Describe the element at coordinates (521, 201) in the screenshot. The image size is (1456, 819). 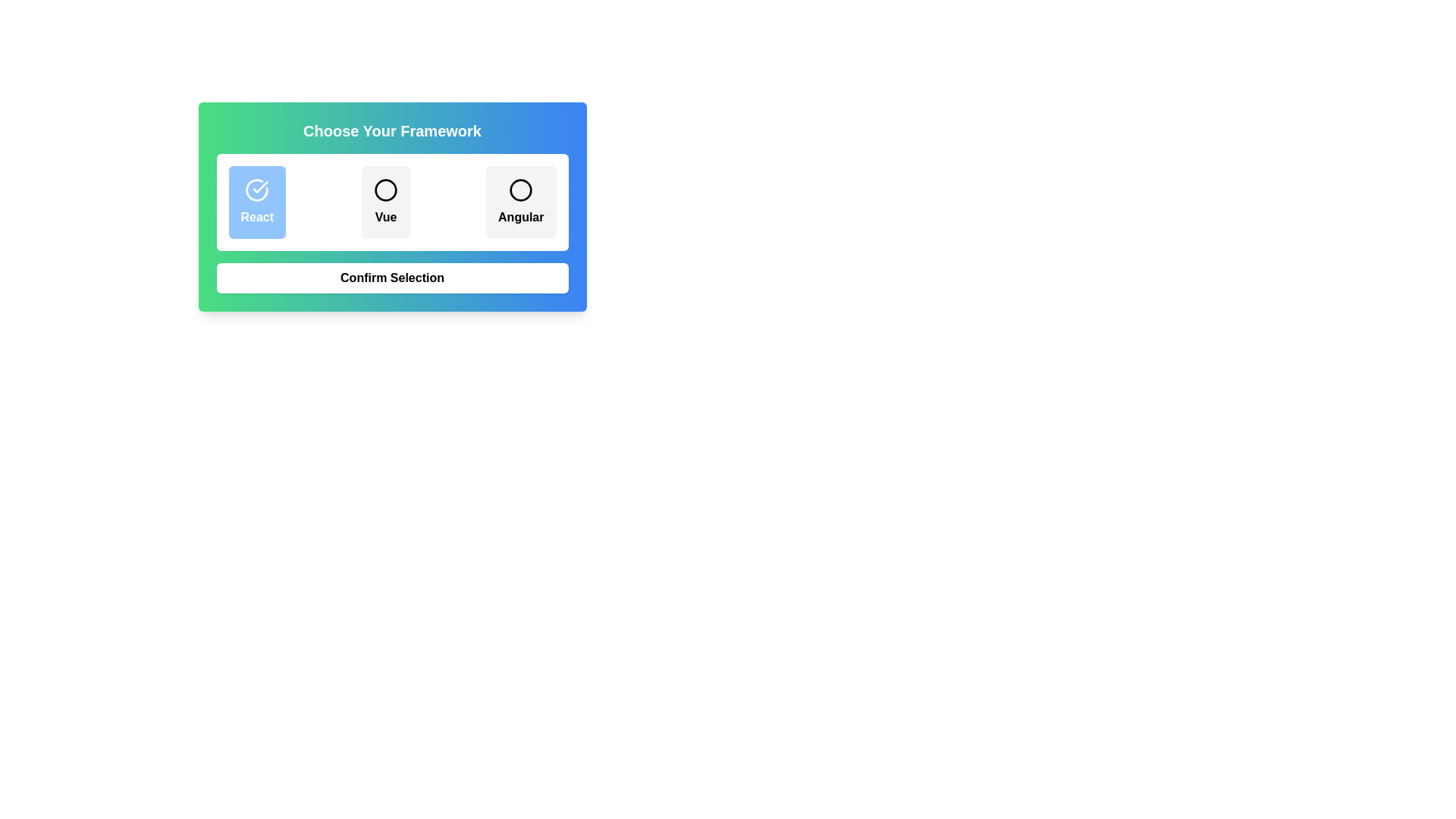
I see `the third button labeled 'Angular' which is positioned to the right of the 'React' and 'Vue' buttons` at that location.